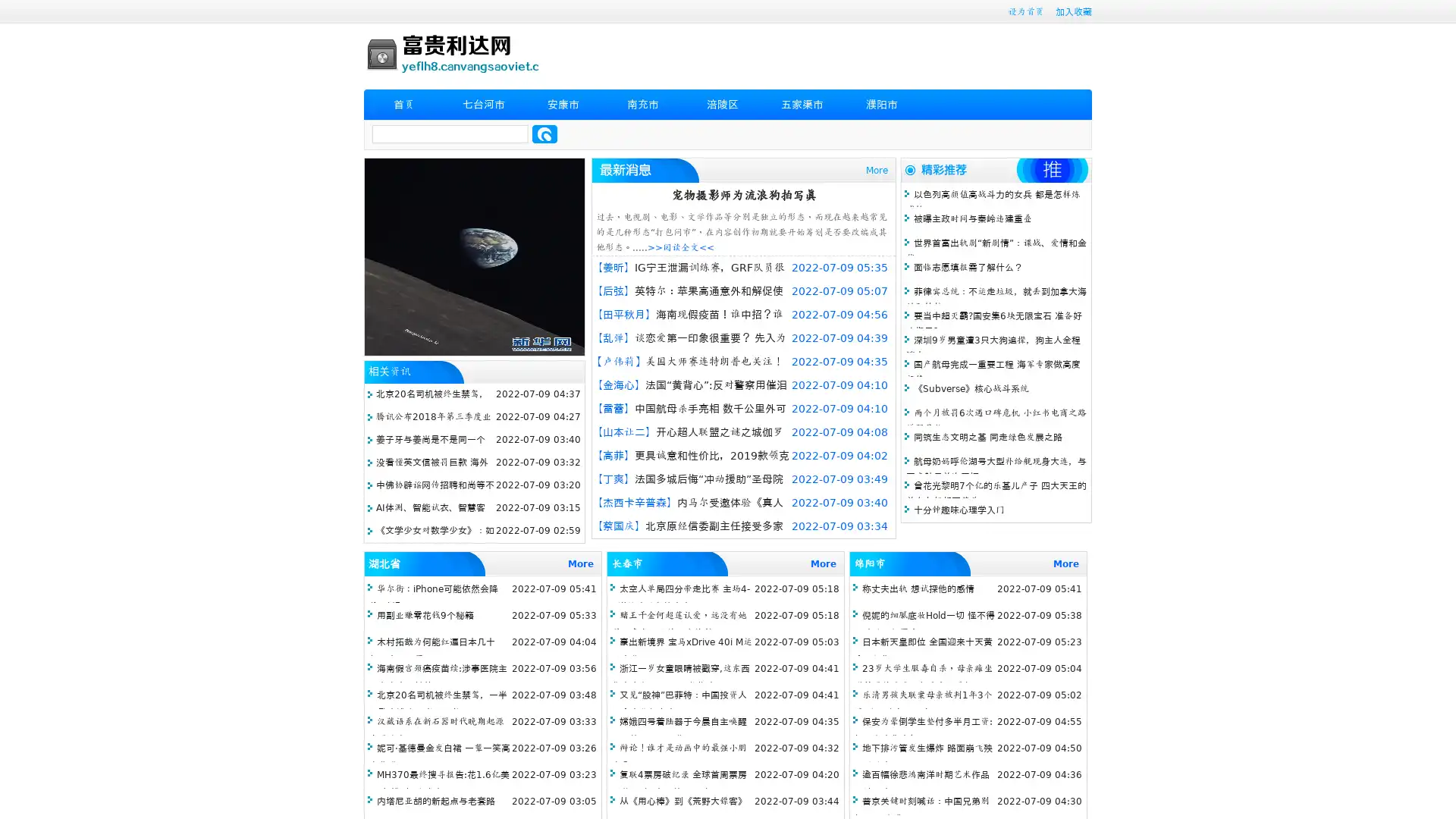 The width and height of the screenshot is (1456, 819). Describe the element at coordinates (544, 133) in the screenshot. I see `Search` at that location.